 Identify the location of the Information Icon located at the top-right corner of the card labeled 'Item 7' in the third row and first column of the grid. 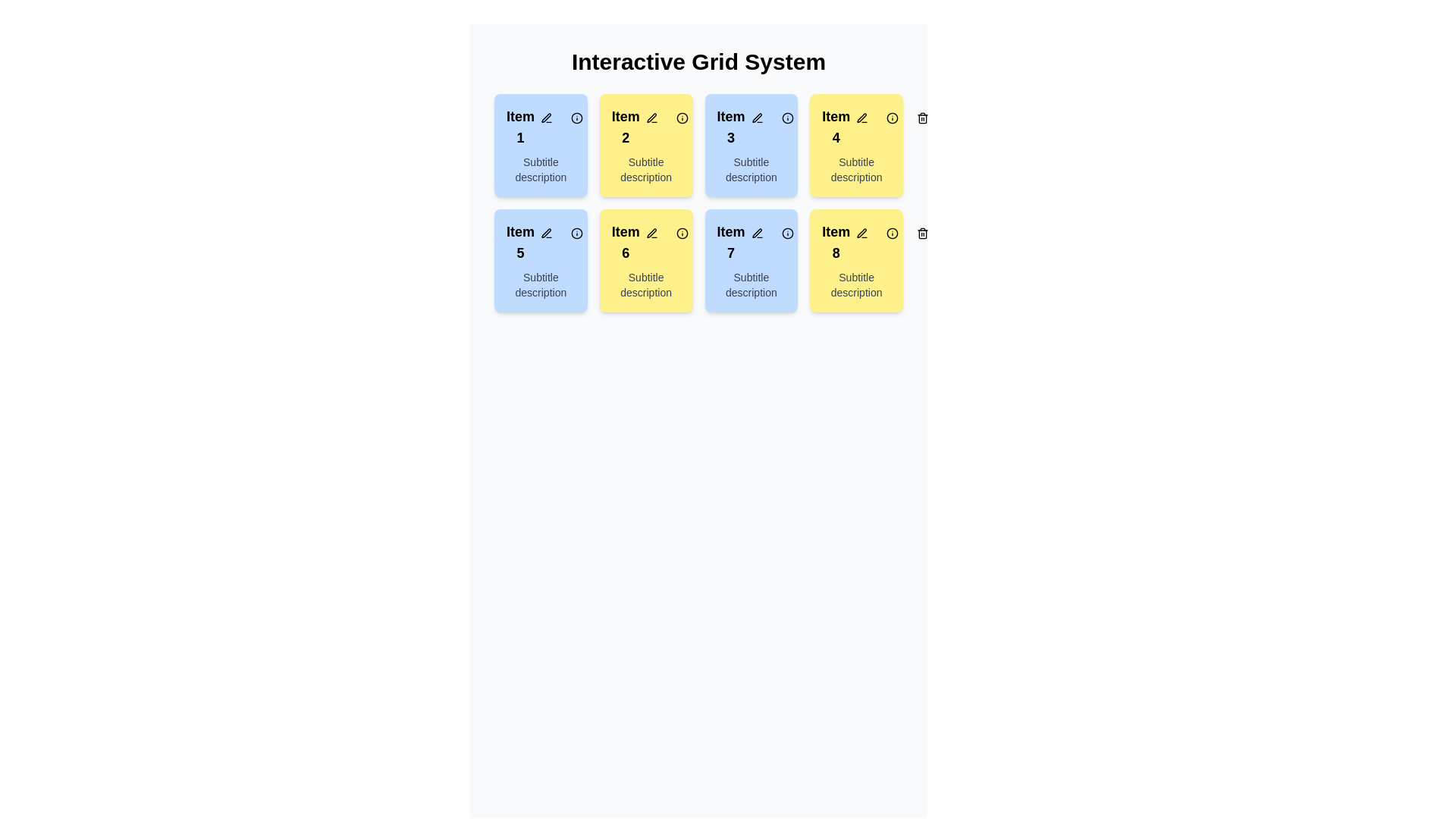
(787, 234).